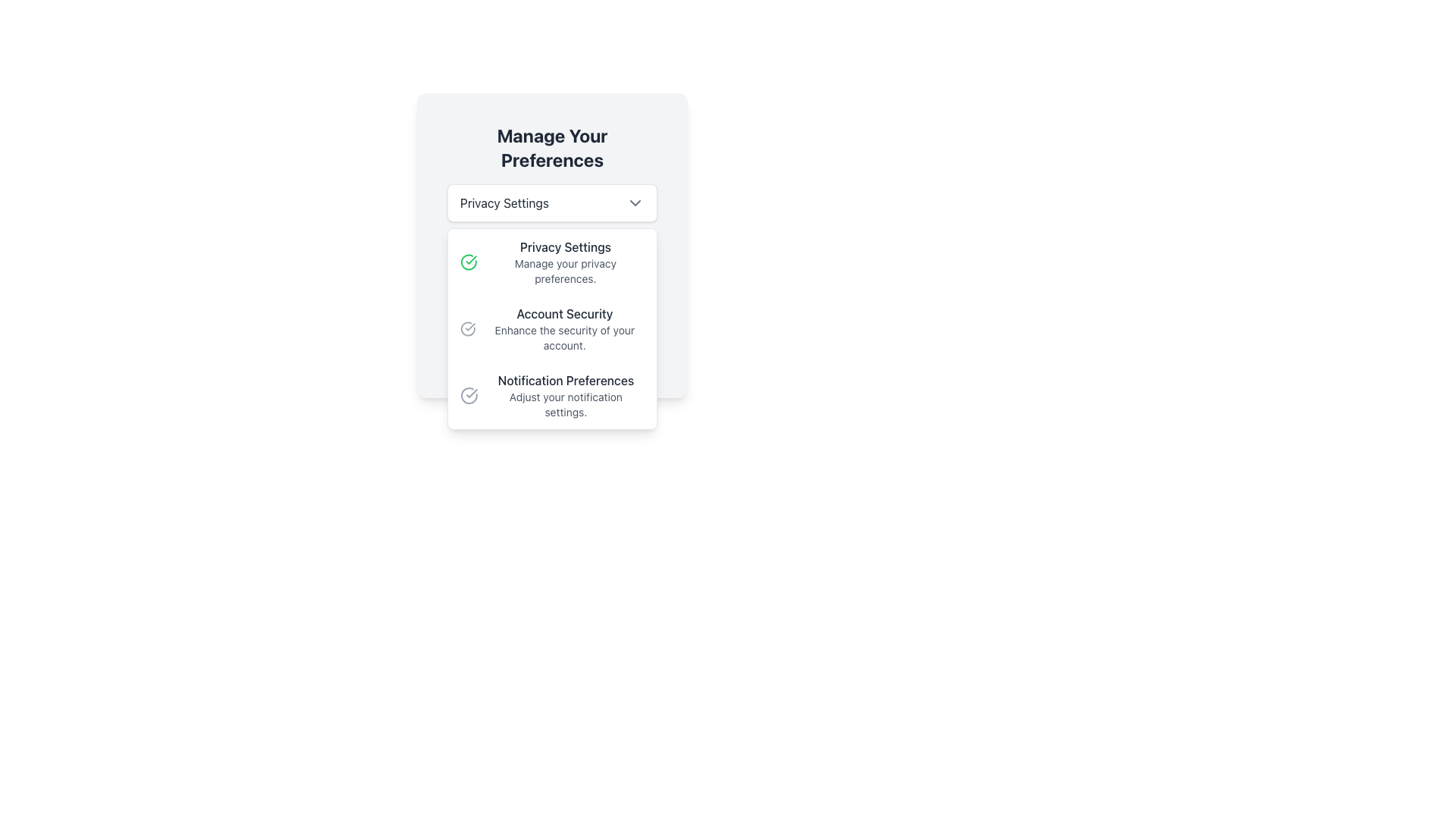  Describe the element at coordinates (468, 262) in the screenshot. I see `the circular icon featuring a green checkmark inside, located to the left of the text 'Privacy Settings Manage your privacy preferences.' in the first option of the dropdown menu` at that location.